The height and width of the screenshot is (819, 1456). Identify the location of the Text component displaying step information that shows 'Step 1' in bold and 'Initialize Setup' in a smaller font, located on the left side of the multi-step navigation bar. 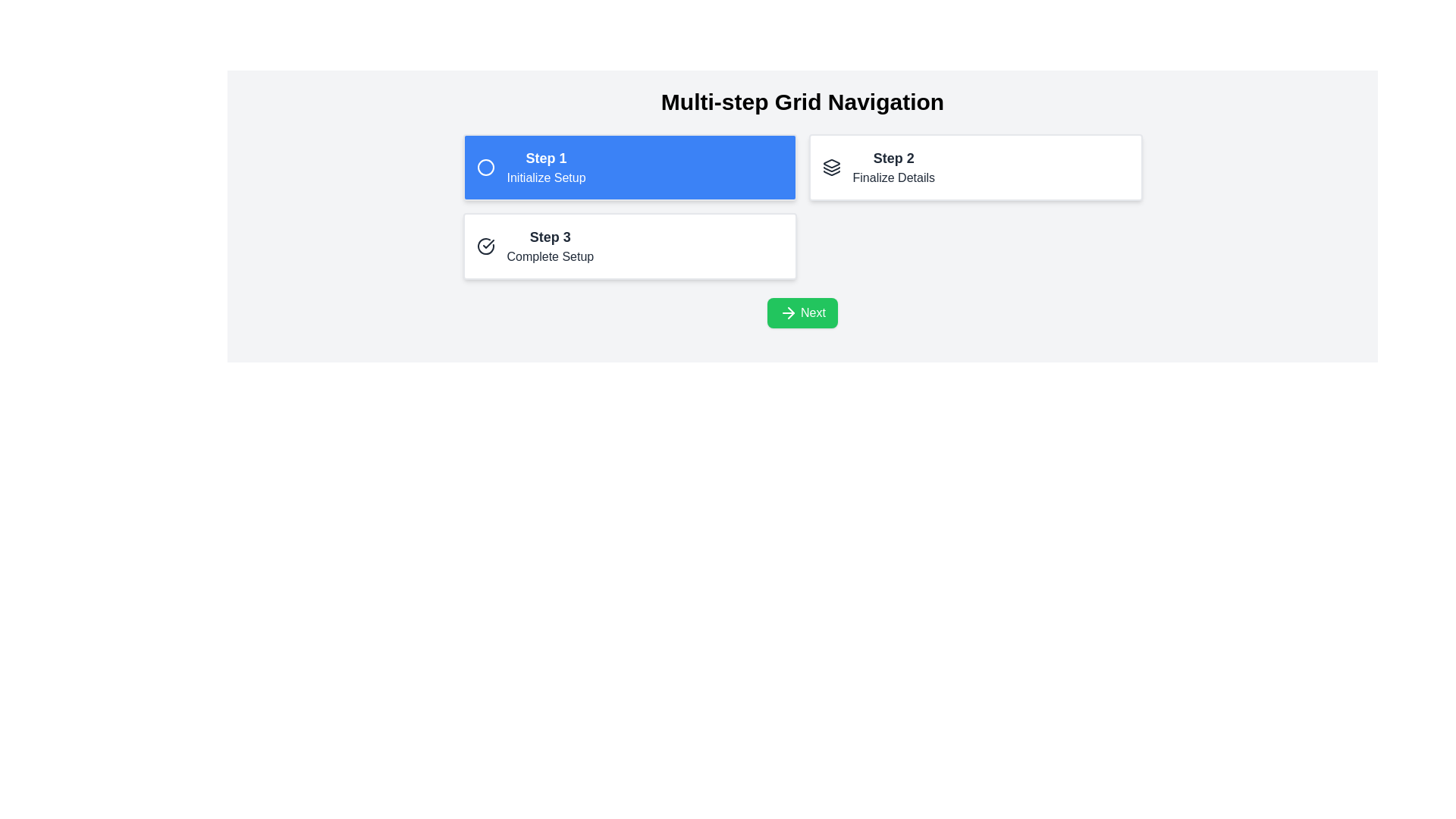
(546, 167).